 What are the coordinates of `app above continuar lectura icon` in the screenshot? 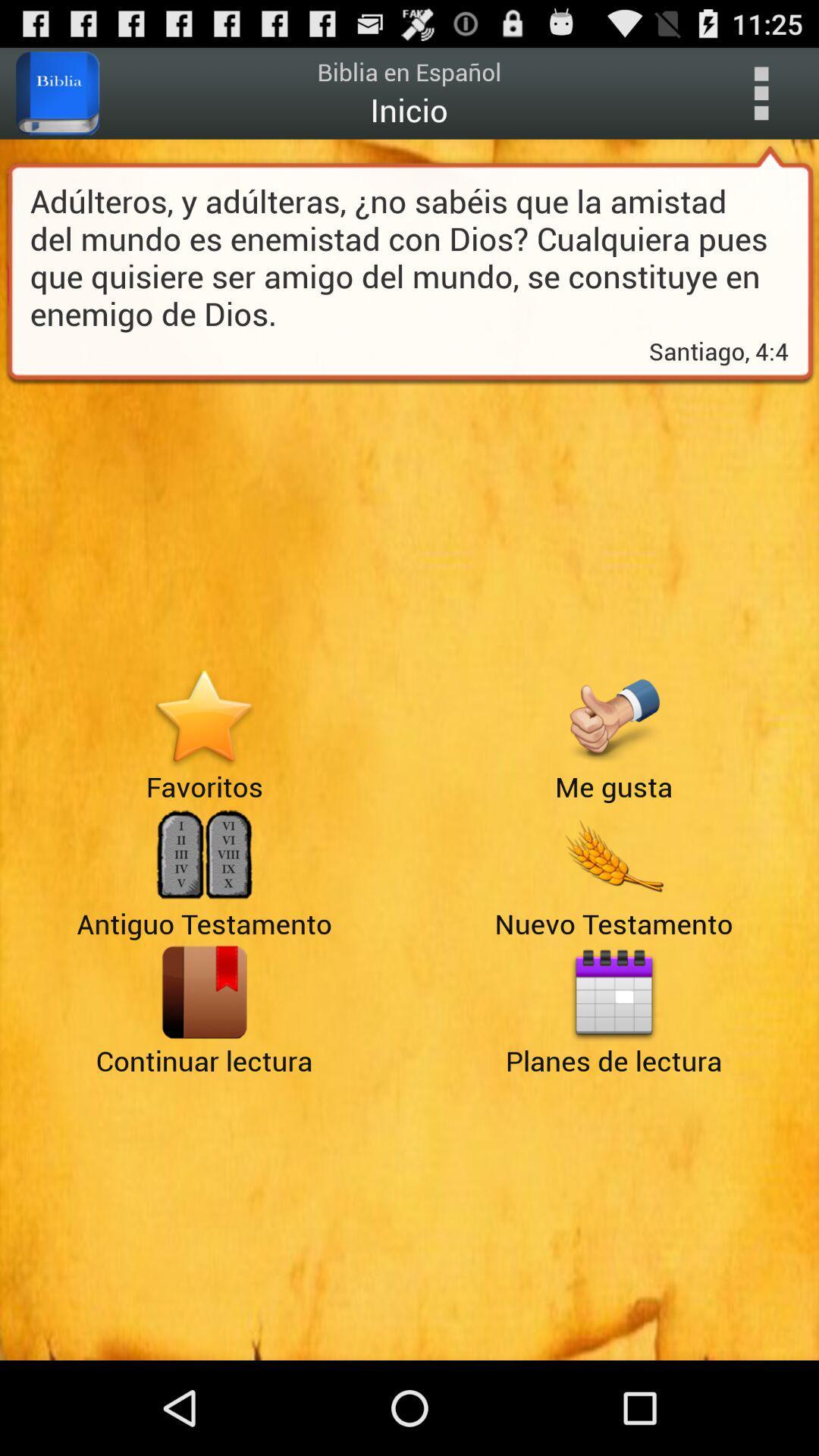 It's located at (203, 992).